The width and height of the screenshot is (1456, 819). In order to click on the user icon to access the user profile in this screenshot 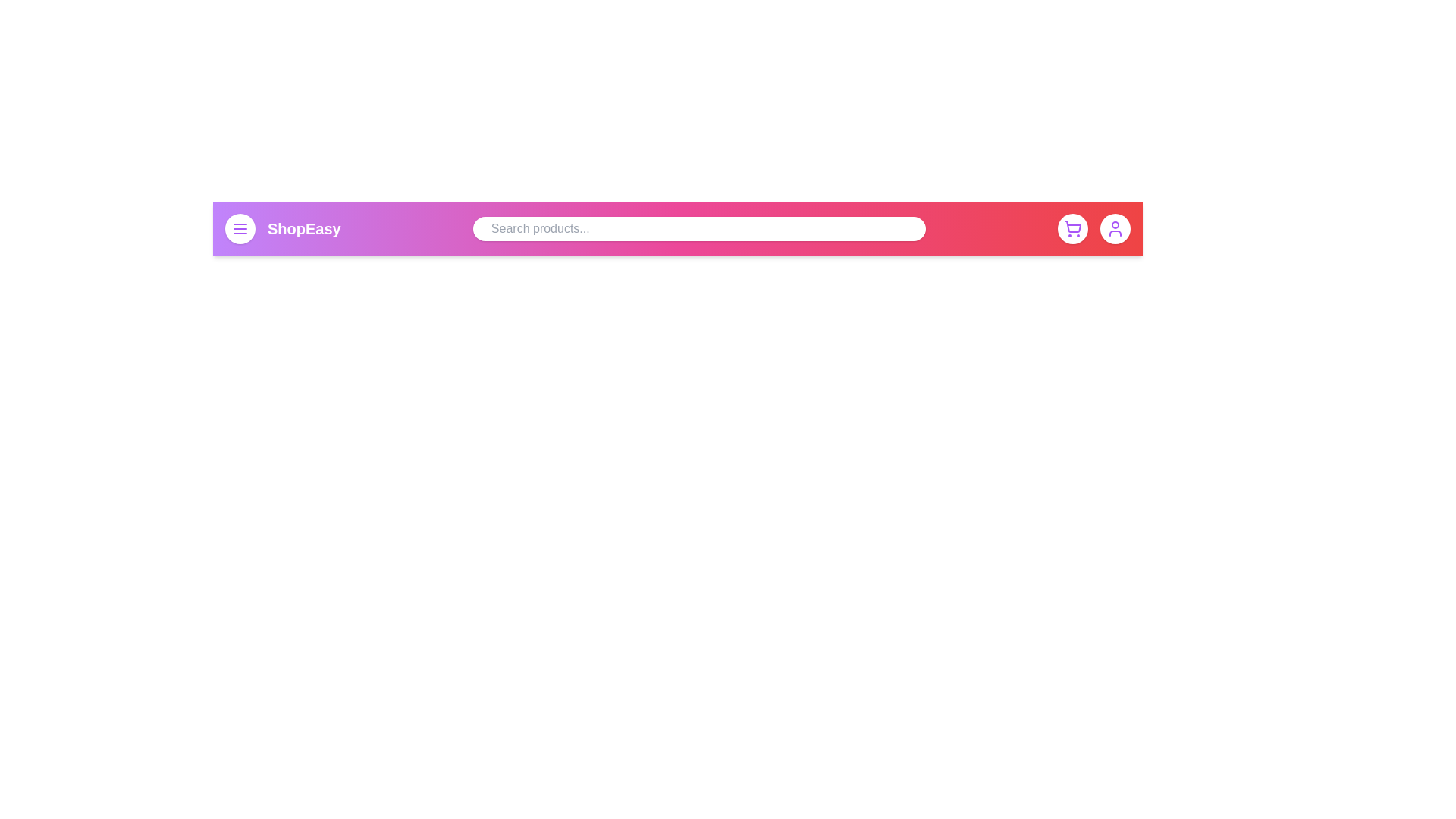, I will do `click(1115, 228)`.